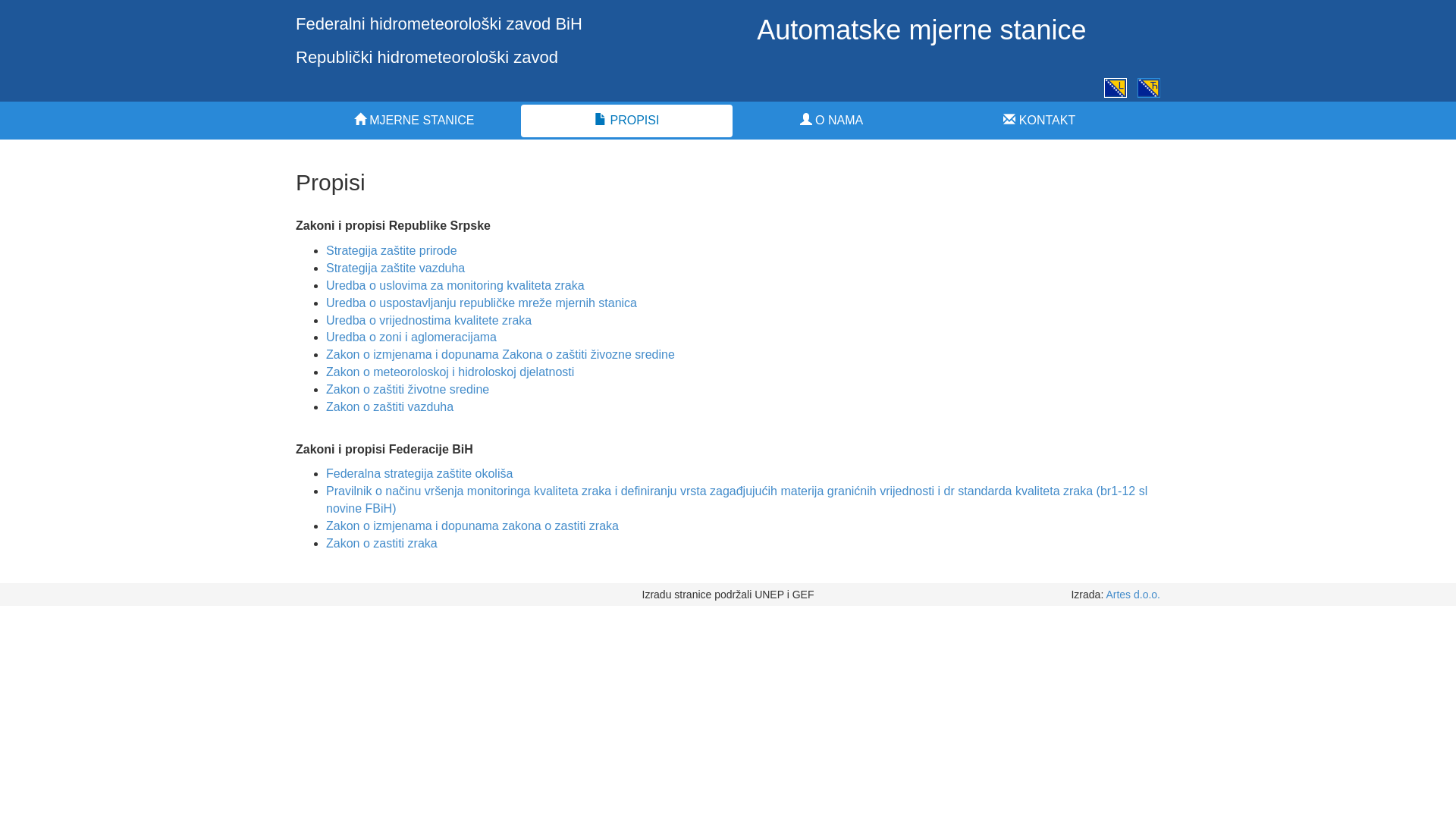 The width and height of the screenshot is (1456, 819). I want to click on 'Uredba o vrijednostima kvalitete zraka', so click(428, 319).